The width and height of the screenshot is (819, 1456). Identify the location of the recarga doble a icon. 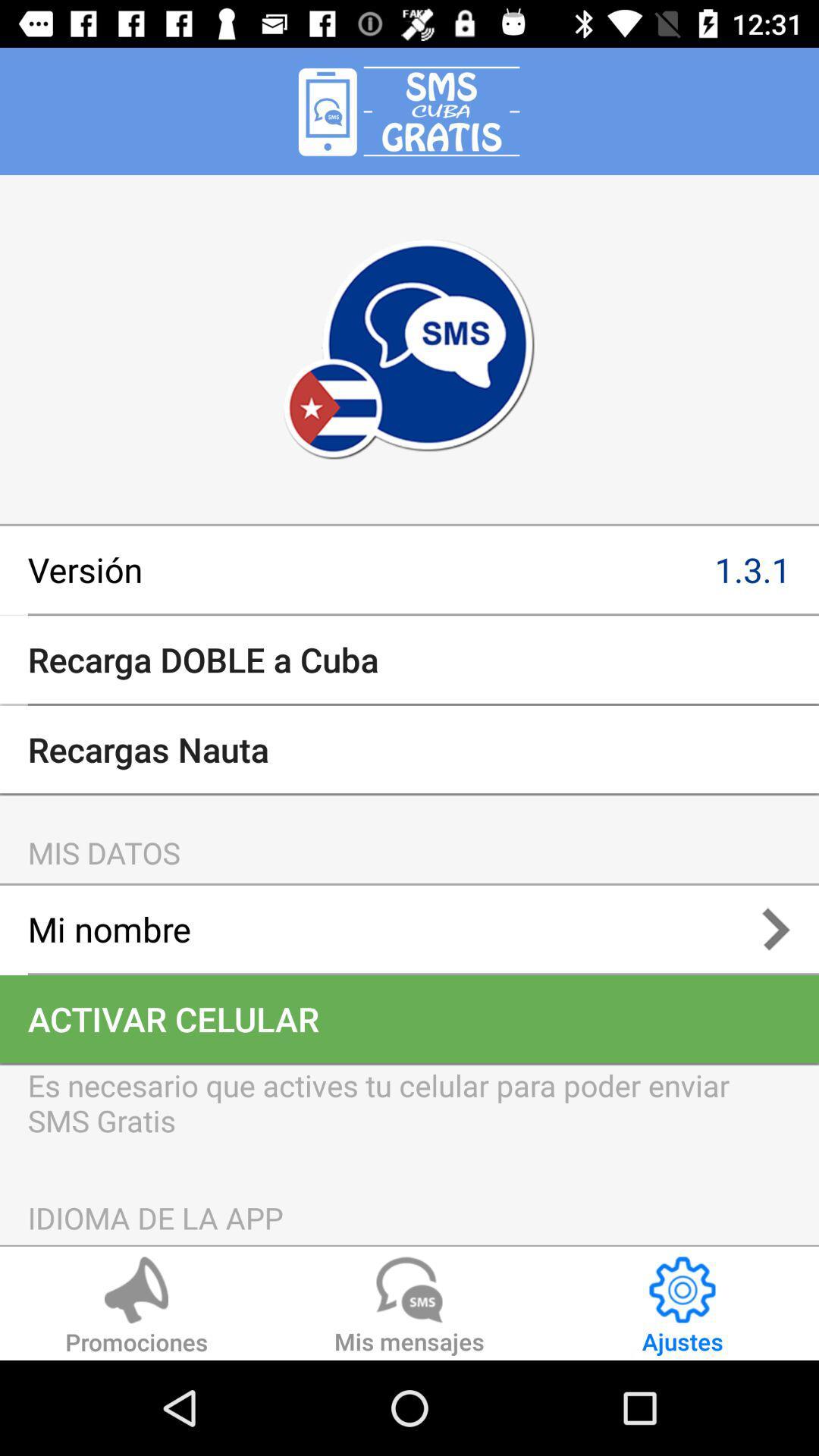
(409, 659).